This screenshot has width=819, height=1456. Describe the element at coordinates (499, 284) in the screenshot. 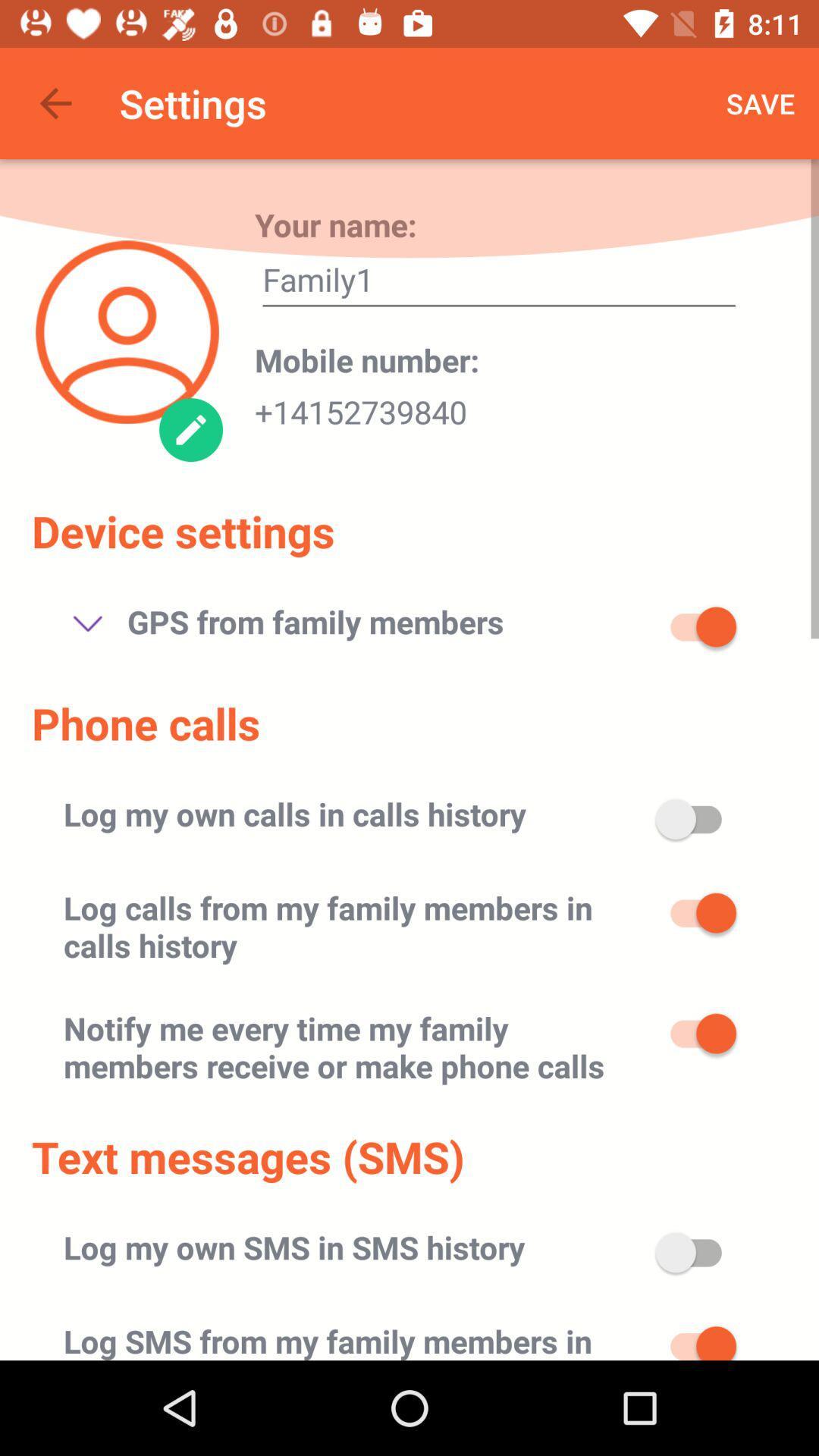

I see `item below the your name: icon` at that location.